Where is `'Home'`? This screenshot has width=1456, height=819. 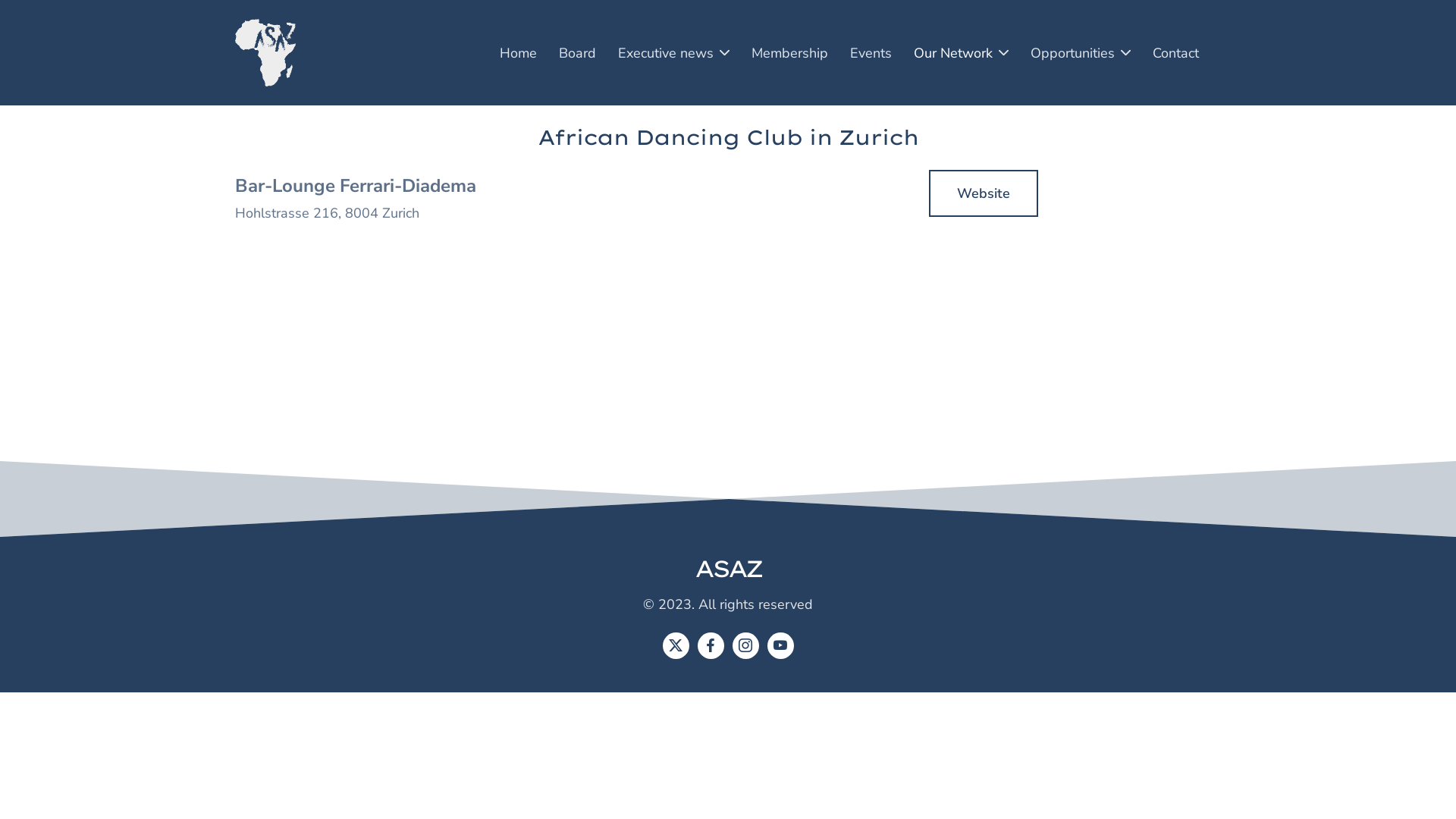 'Home' is located at coordinates (518, 52).